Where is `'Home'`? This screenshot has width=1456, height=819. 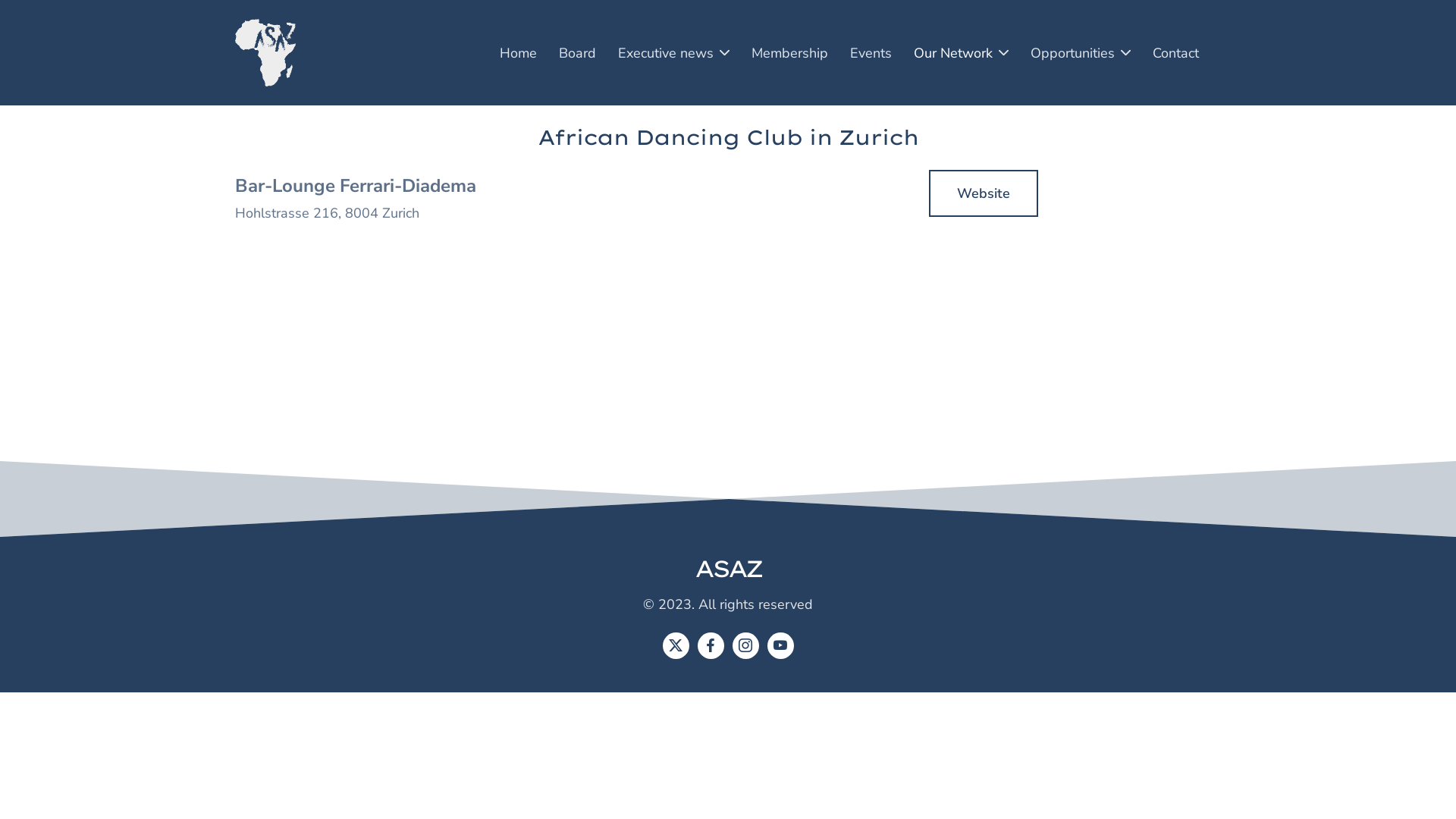 'Home' is located at coordinates (518, 52).